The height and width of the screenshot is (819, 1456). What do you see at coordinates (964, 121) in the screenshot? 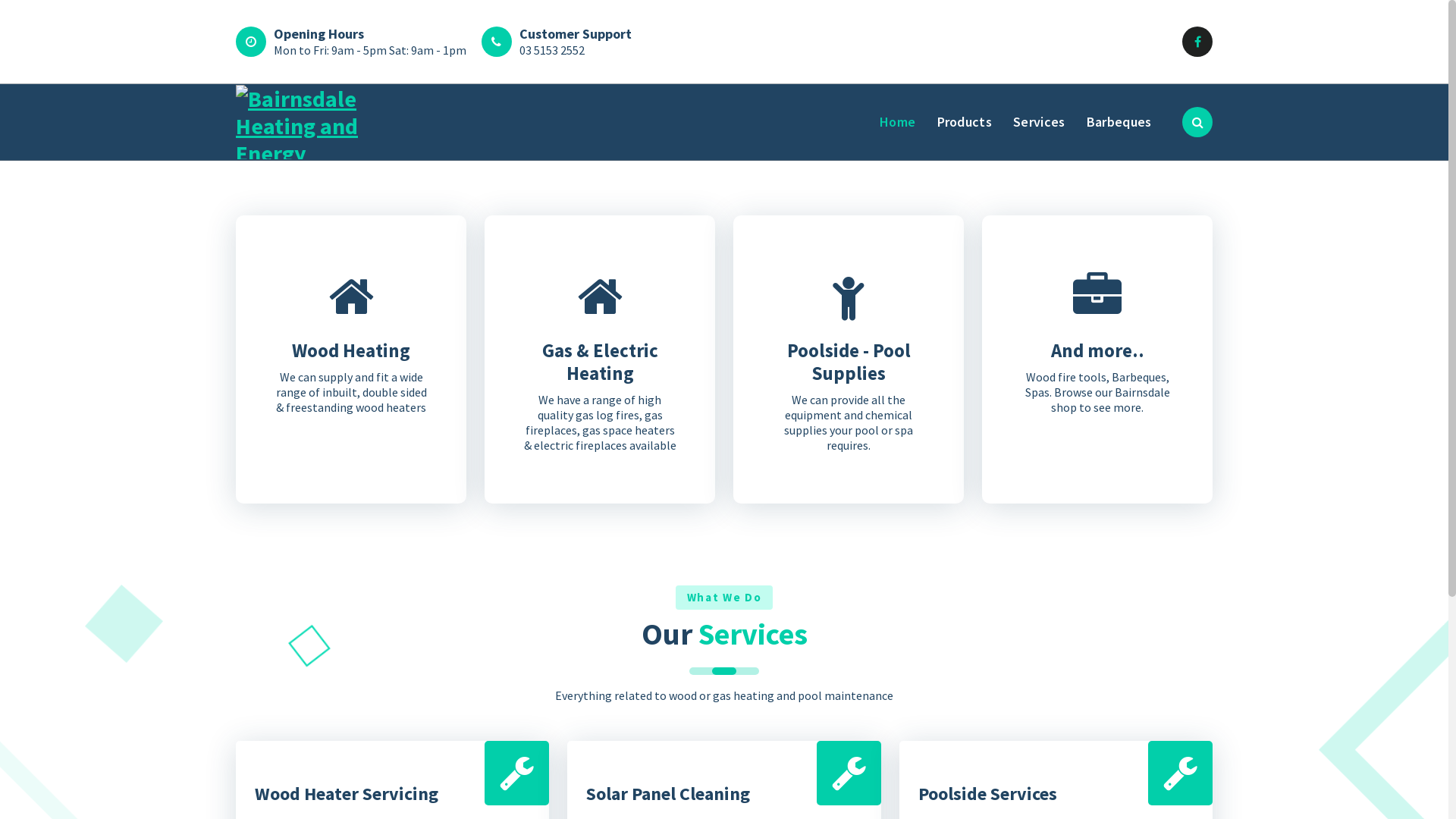
I see `'Products'` at bounding box center [964, 121].